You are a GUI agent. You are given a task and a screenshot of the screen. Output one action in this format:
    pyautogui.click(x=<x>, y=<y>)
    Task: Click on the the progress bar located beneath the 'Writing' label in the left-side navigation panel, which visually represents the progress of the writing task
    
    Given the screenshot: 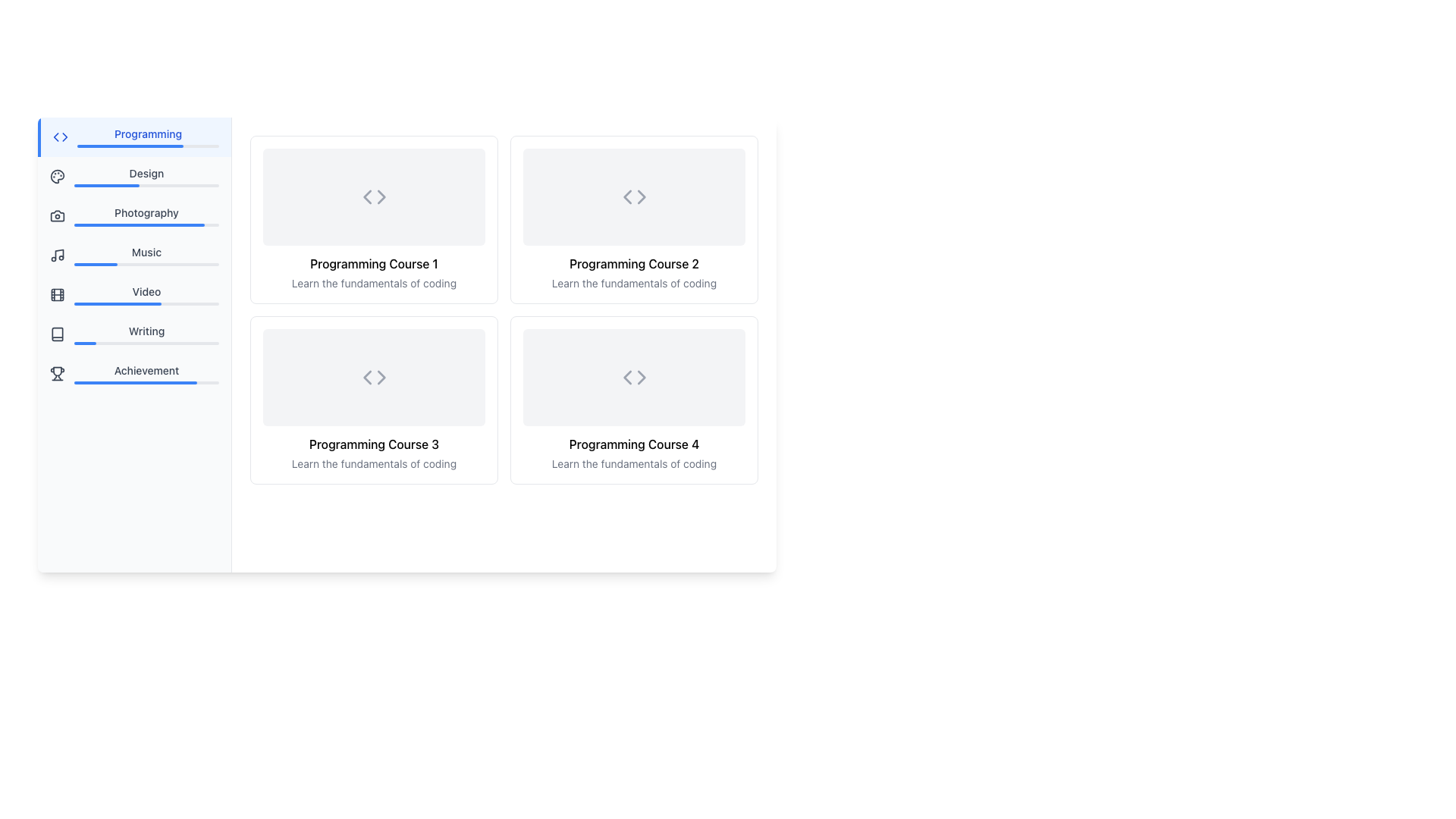 What is the action you would take?
    pyautogui.click(x=146, y=343)
    